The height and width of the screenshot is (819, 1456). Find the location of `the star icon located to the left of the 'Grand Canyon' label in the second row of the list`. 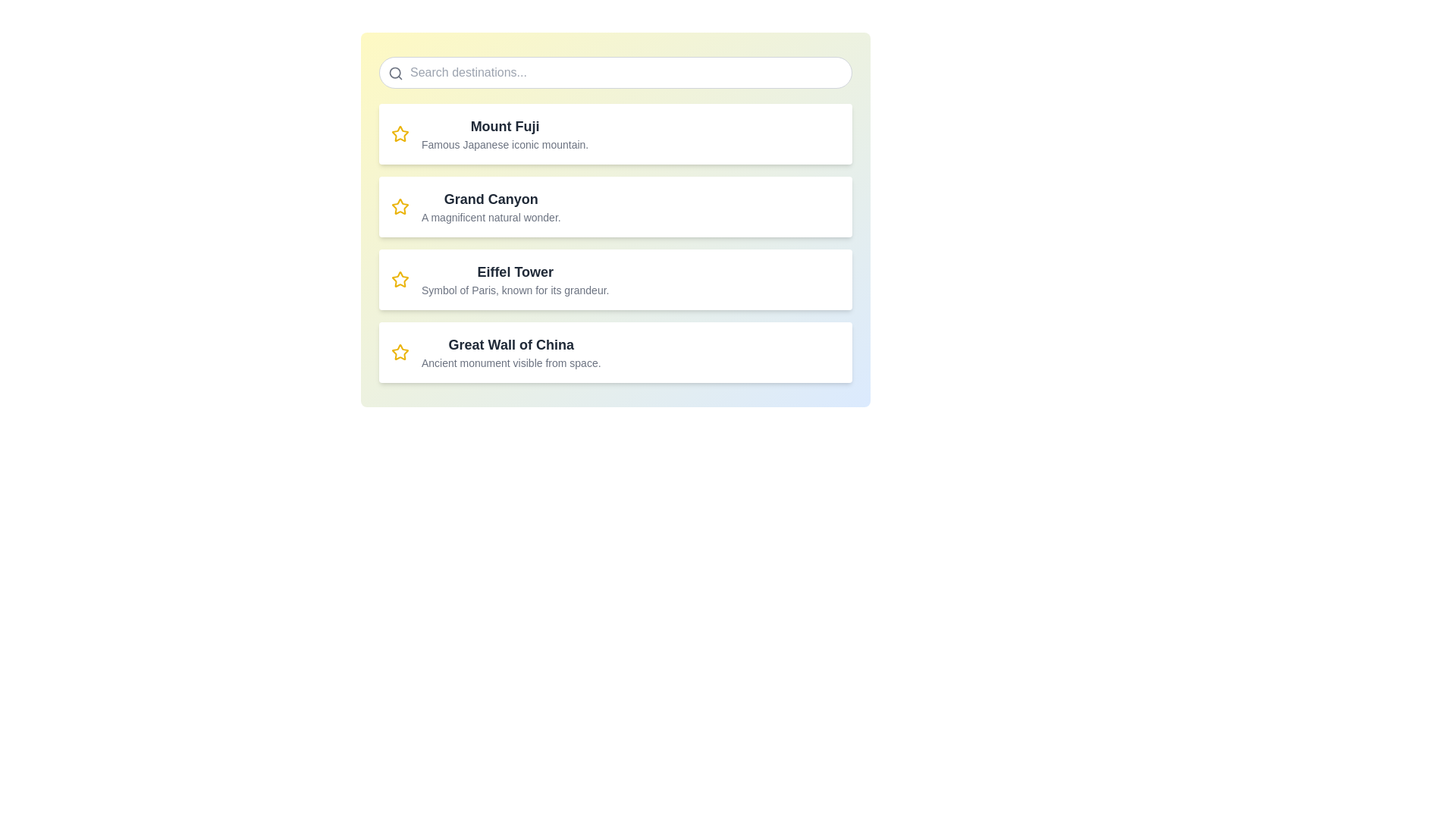

the star icon located to the left of the 'Grand Canyon' label in the second row of the list is located at coordinates (400, 206).